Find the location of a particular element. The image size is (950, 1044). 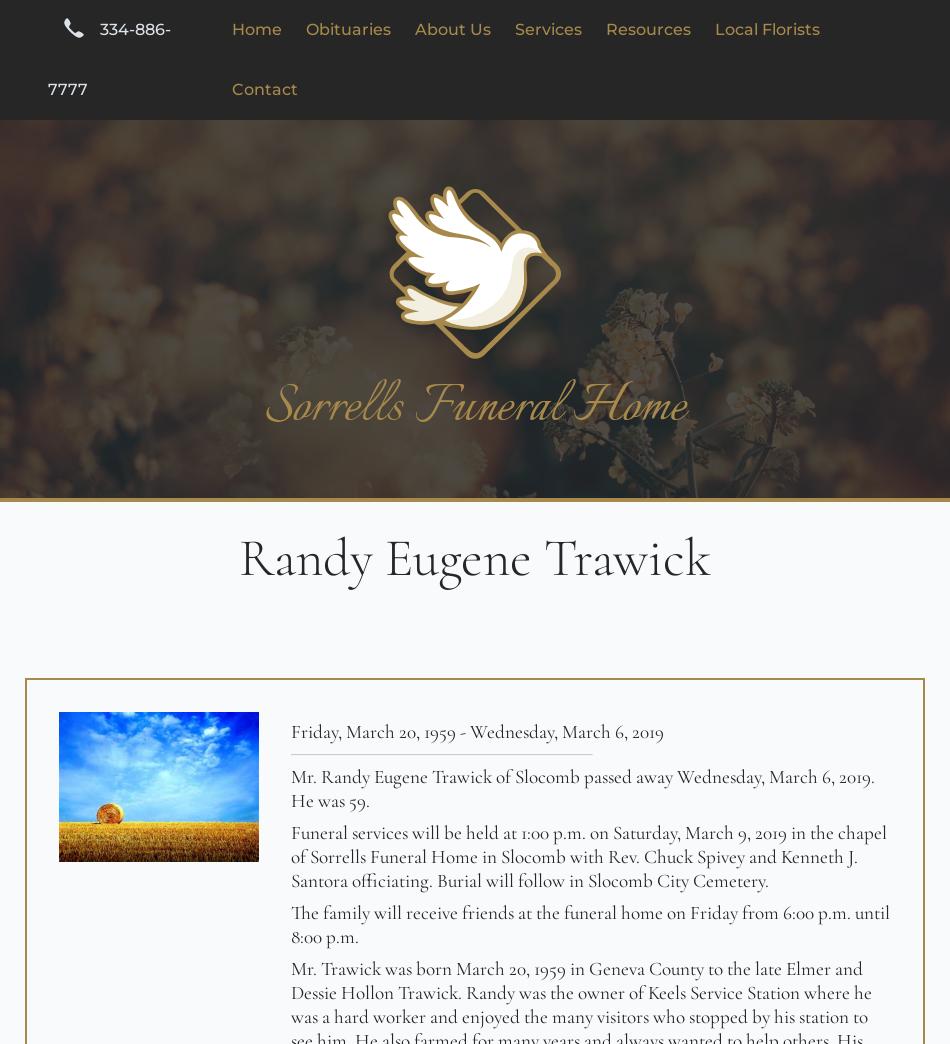

'Services' is located at coordinates (548, 28).